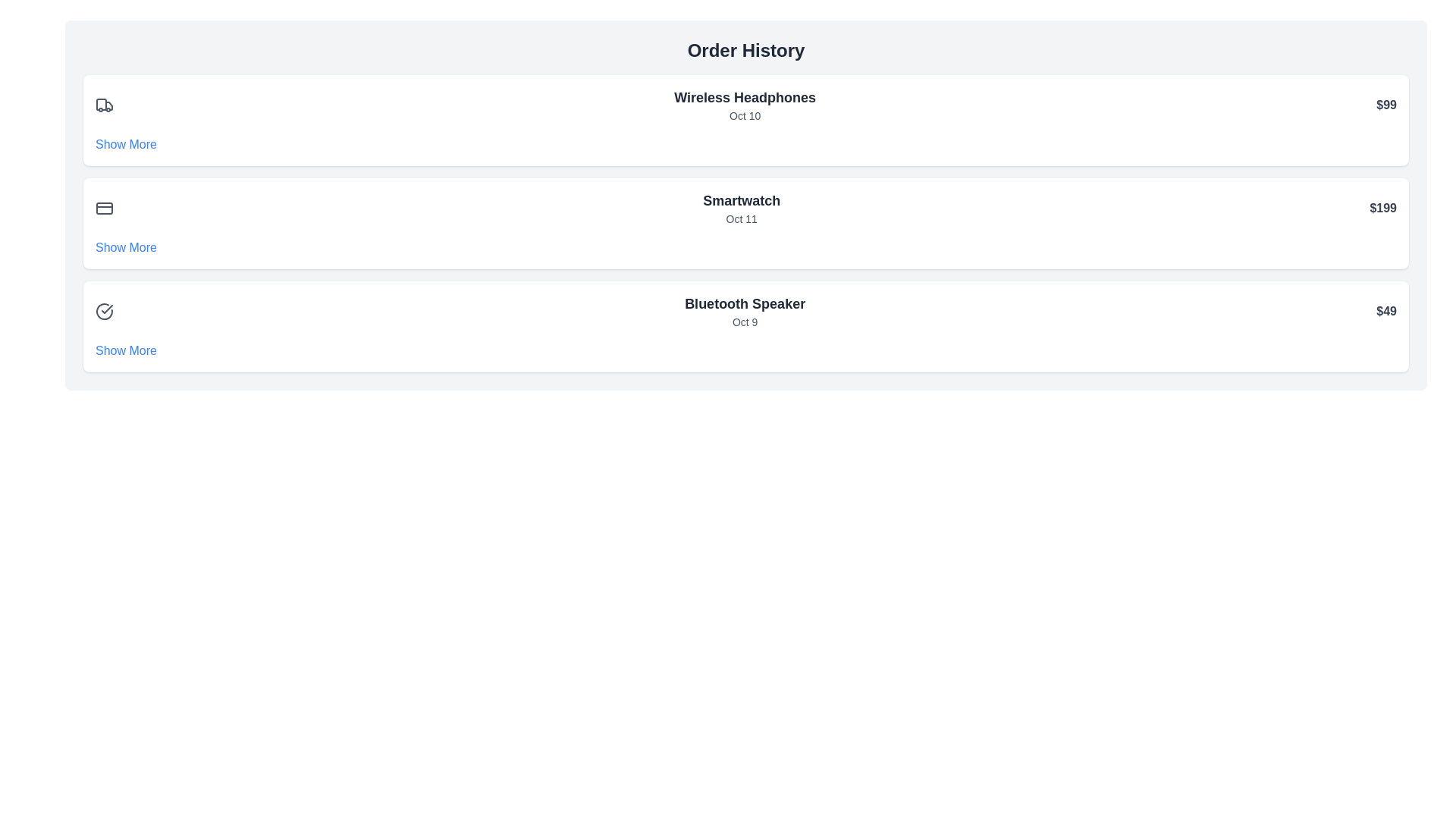 Image resolution: width=1456 pixels, height=819 pixels. Describe the element at coordinates (104, 104) in the screenshot. I see `the delivery icon located at the leftmost region of the row for 'Wireless Headphones' dated 'Oct 10' priced at '$99'` at that location.